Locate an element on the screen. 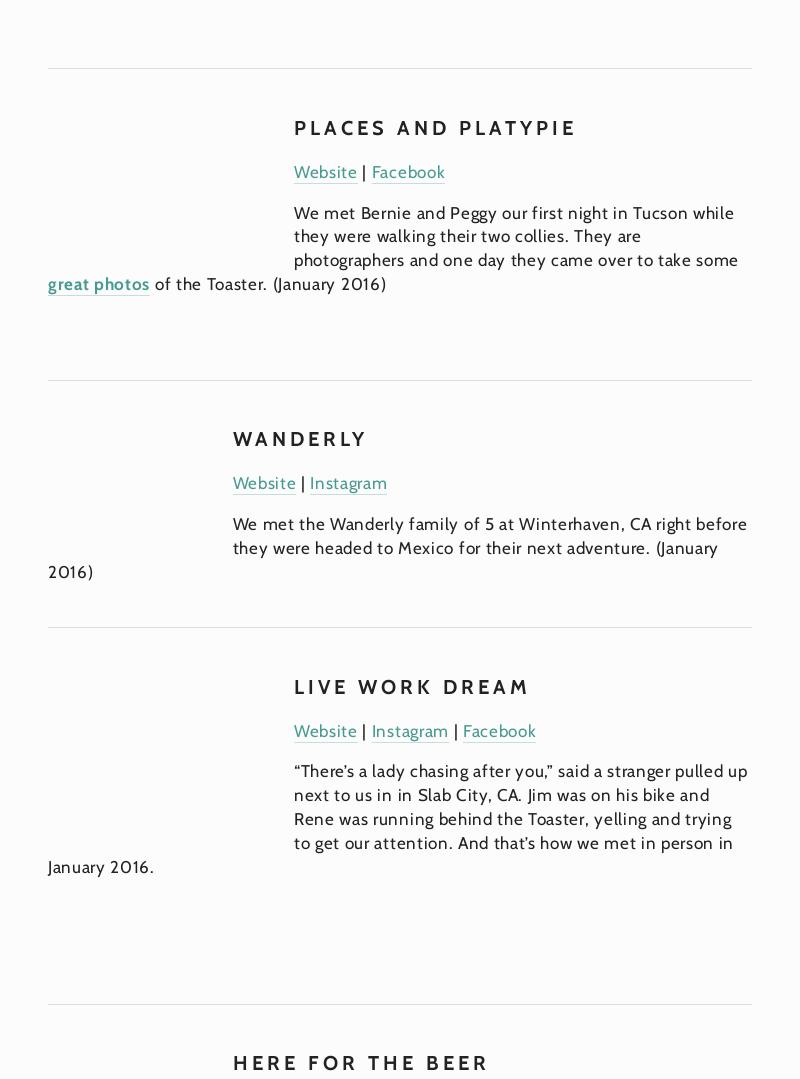 Image resolution: width=800 pixels, height=1079 pixels. 'Here for the Beer' is located at coordinates (231, 1062).